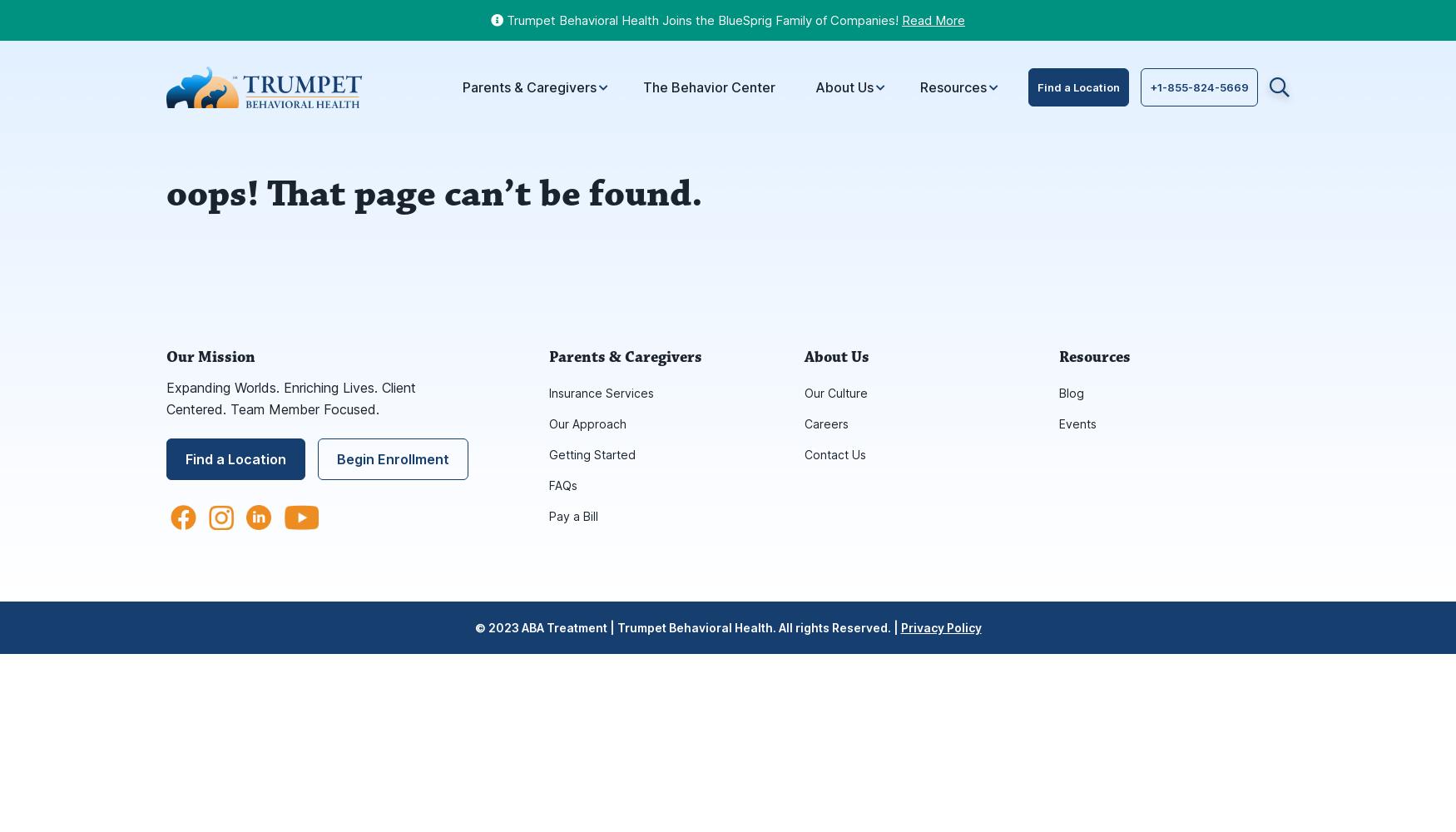  Describe the element at coordinates (433, 193) in the screenshot. I see `'oops! That page can’t be found.'` at that location.